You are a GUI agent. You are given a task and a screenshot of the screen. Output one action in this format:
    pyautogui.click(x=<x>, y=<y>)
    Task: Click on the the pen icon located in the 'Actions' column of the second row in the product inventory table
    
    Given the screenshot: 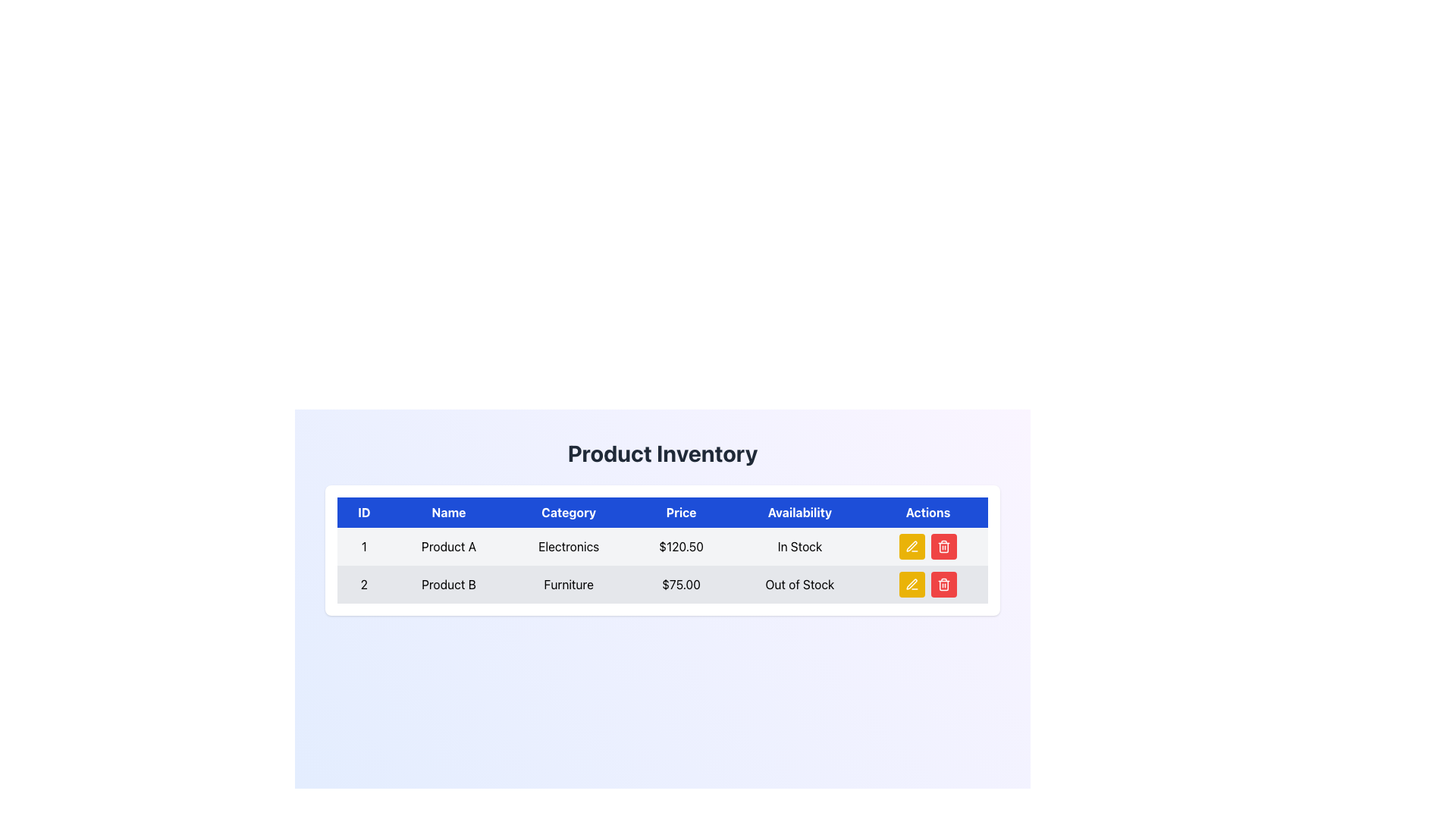 What is the action you would take?
    pyautogui.click(x=911, y=583)
    